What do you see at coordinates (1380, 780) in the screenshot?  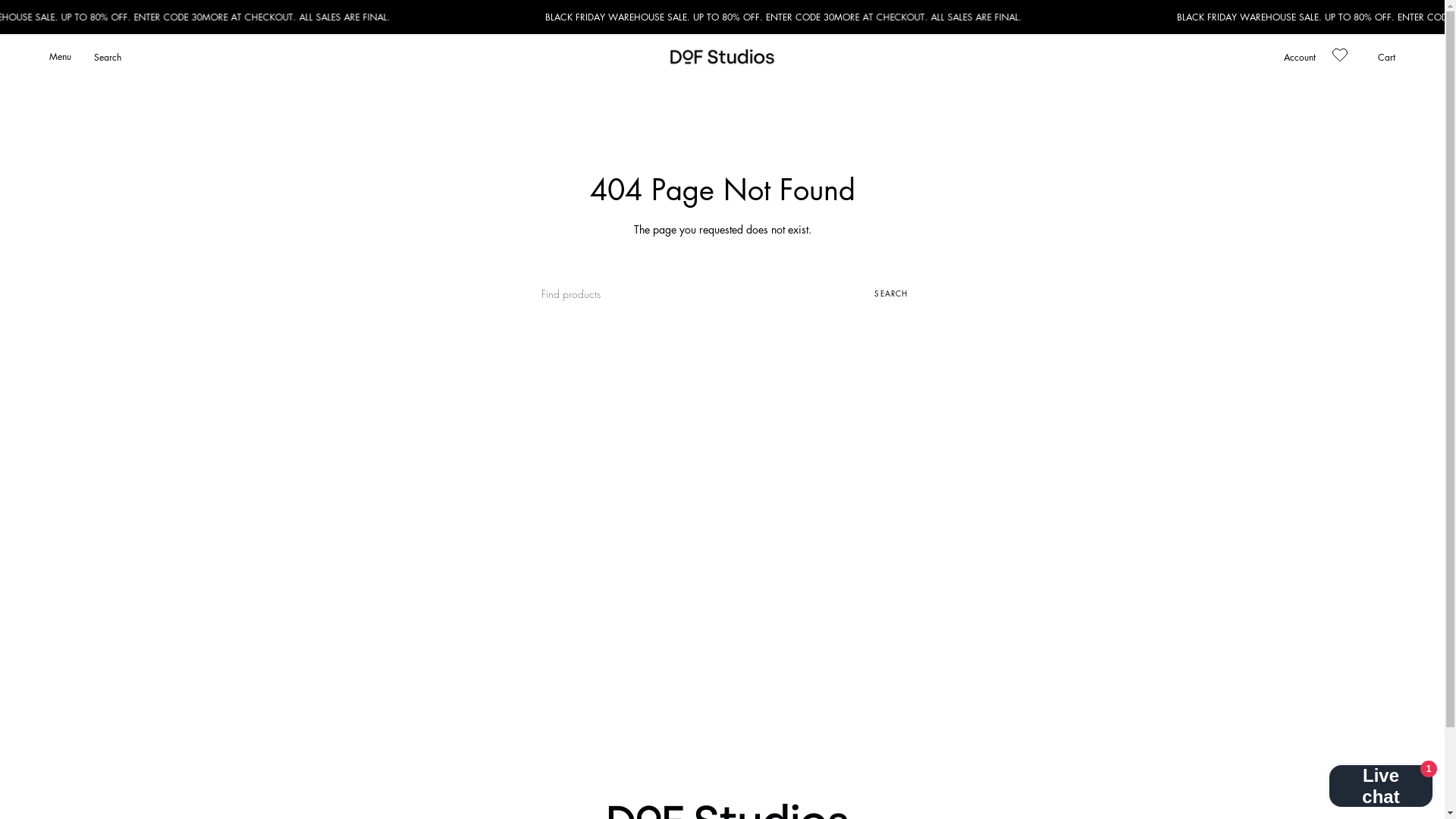 I see `'Shopify online store chat'` at bounding box center [1380, 780].